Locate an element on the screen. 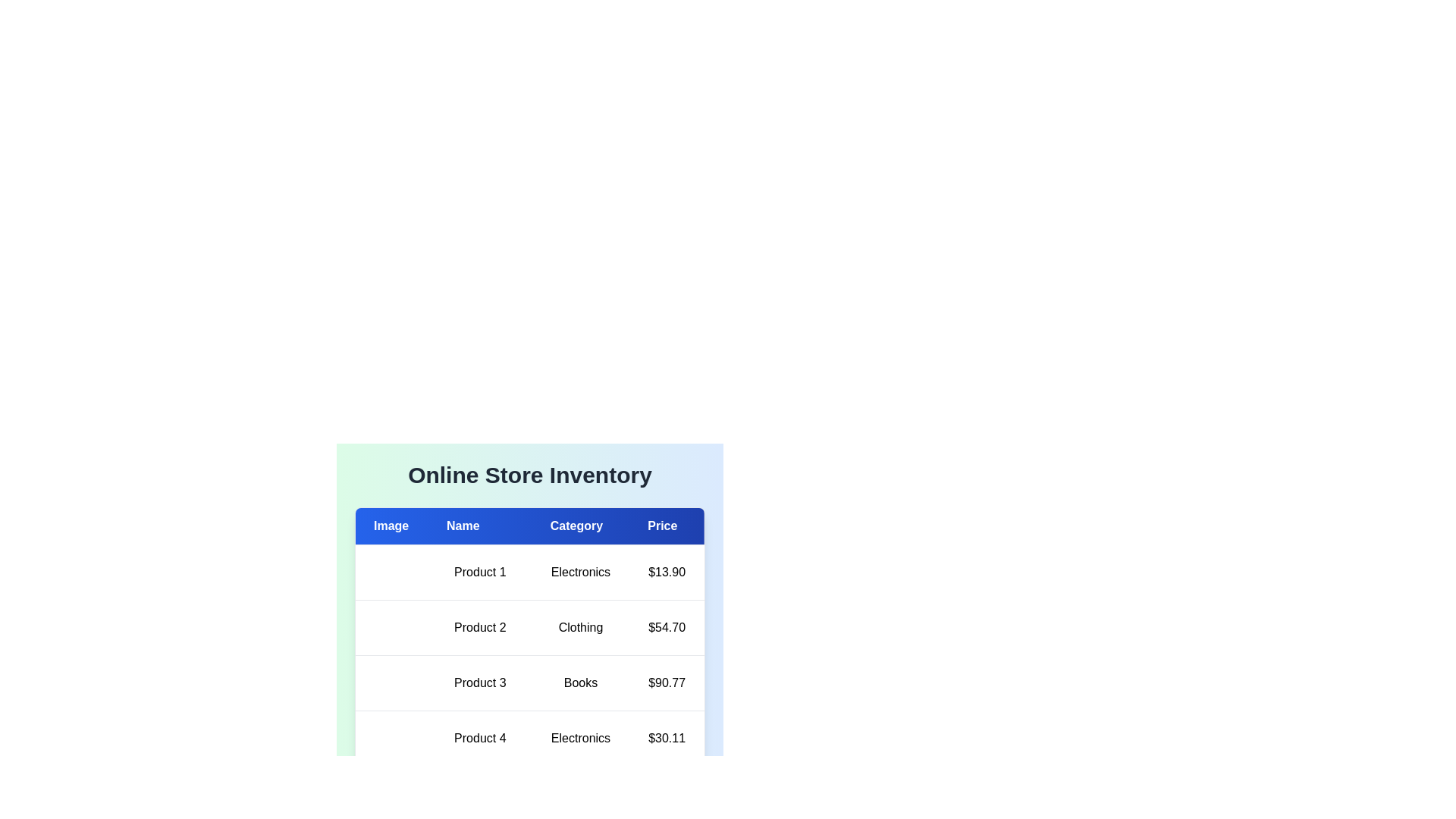 This screenshot has width=1456, height=819. the image placeholder of product Product 1 is located at coordinates (374, 573).